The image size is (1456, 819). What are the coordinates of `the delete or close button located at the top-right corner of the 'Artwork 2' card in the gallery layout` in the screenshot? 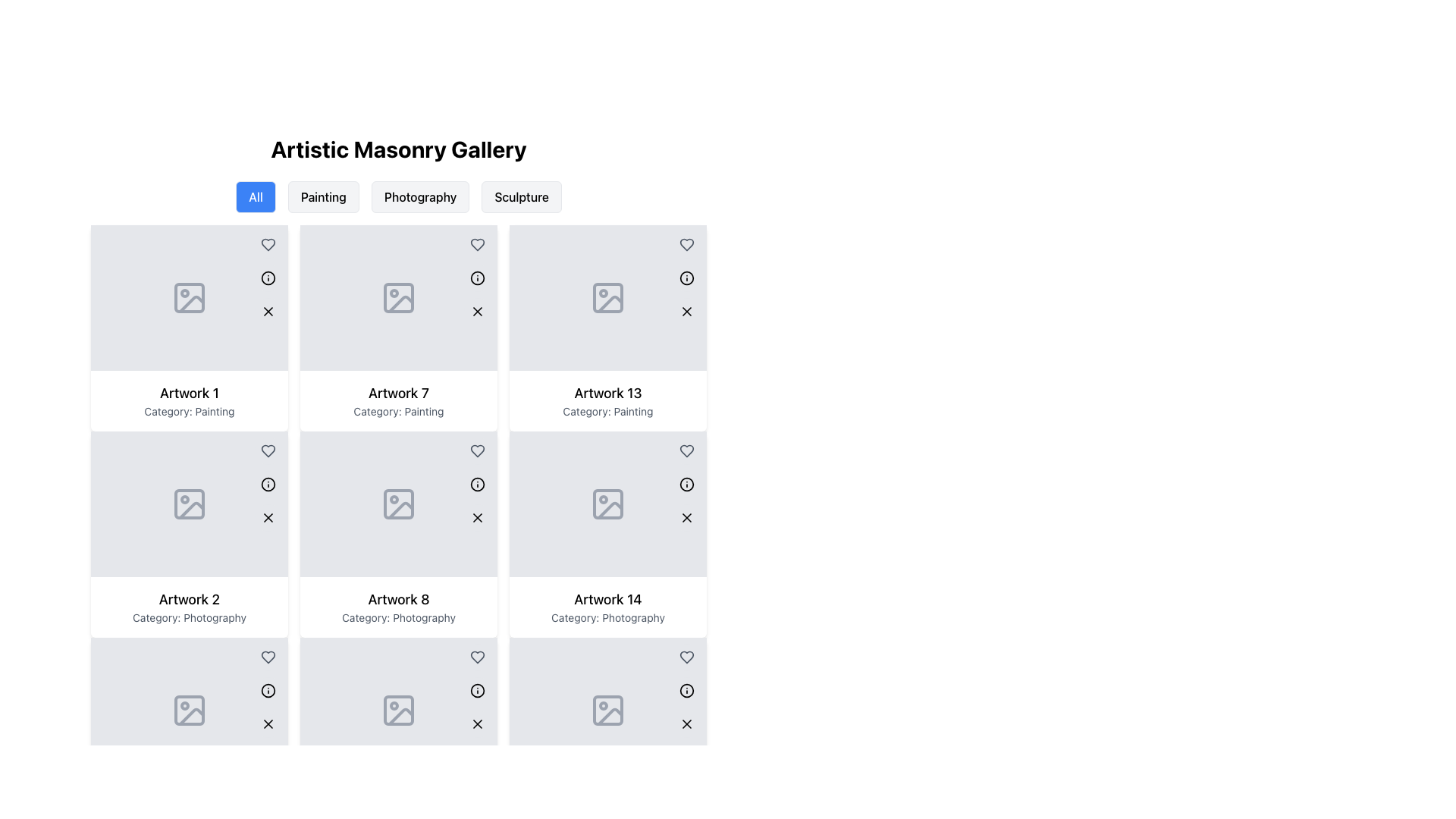 It's located at (268, 516).